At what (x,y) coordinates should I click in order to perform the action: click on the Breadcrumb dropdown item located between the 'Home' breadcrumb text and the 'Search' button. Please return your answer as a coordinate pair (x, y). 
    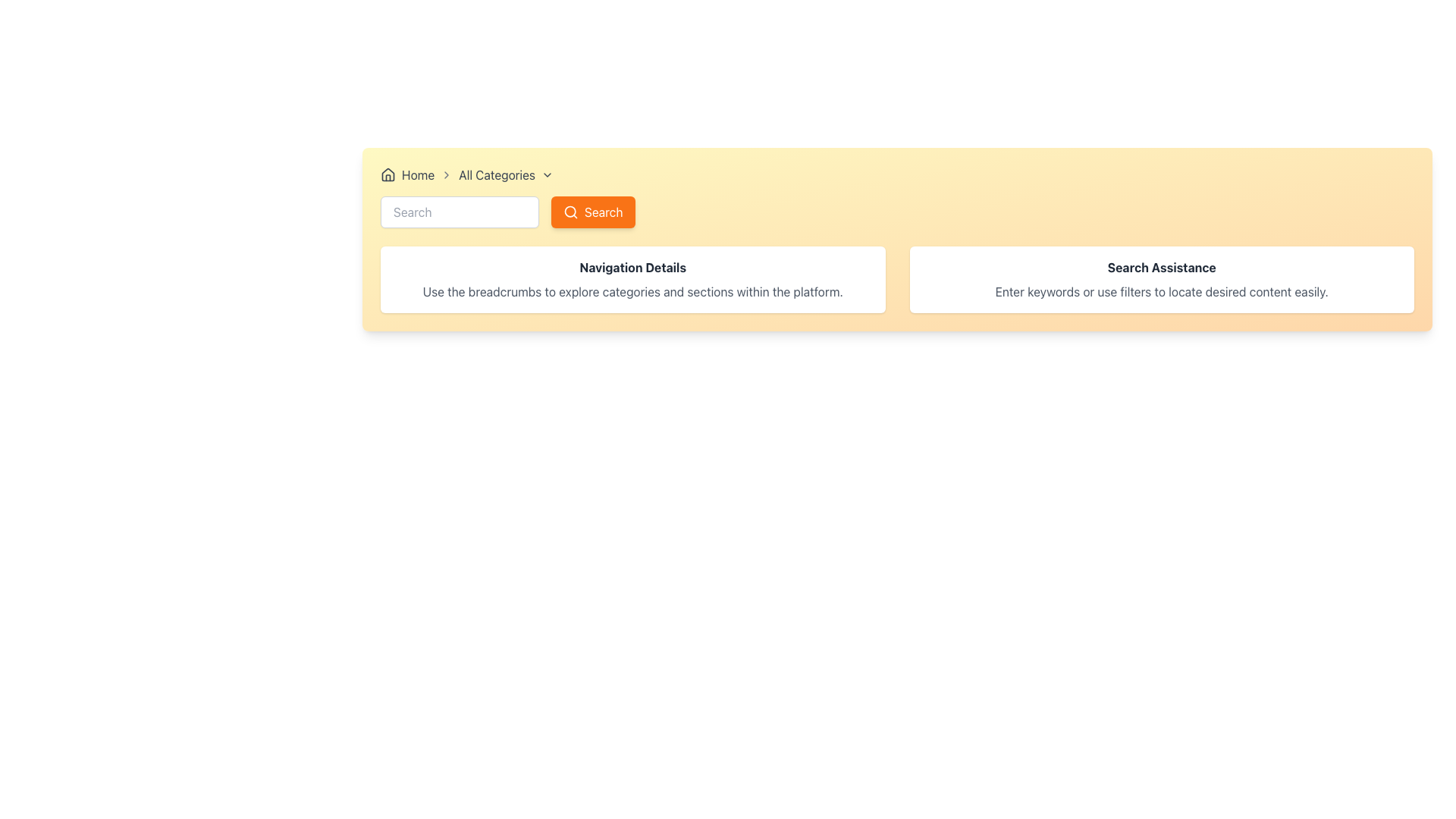
    Looking at the image, I should click on (506, 174).